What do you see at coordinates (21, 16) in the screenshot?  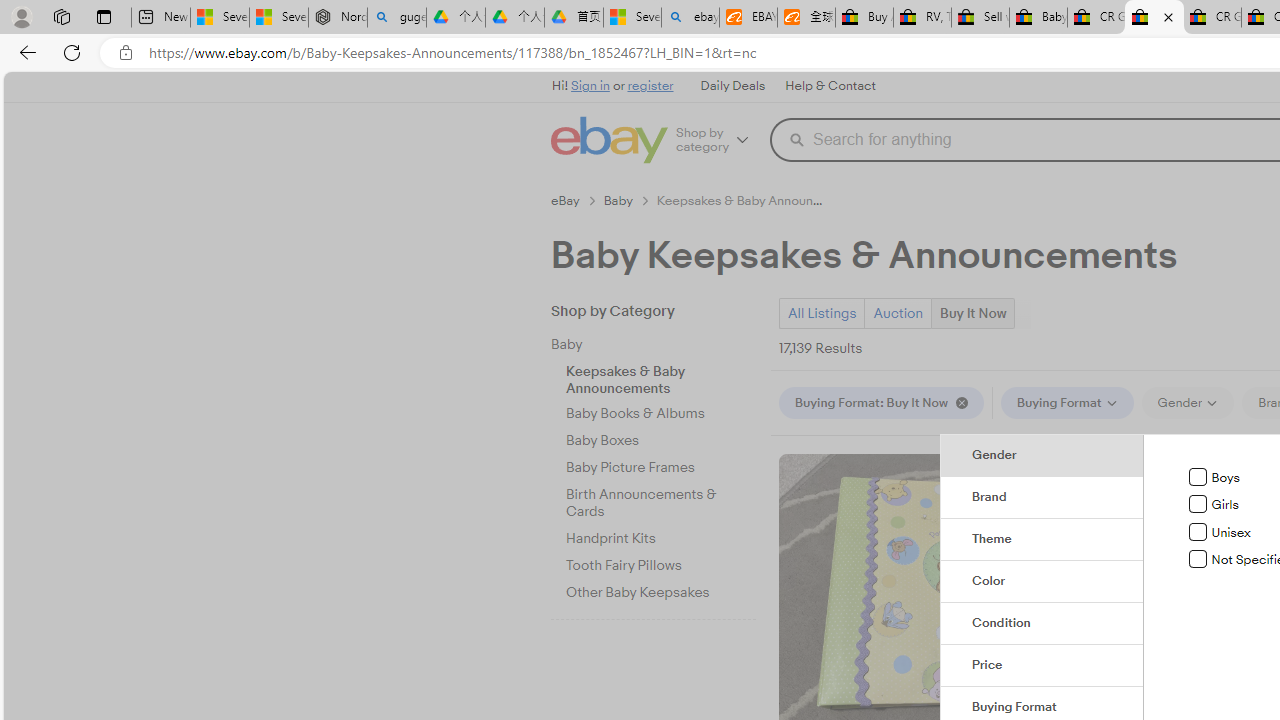 I see `'Personal Profile'` at bounding box center [21, 16].